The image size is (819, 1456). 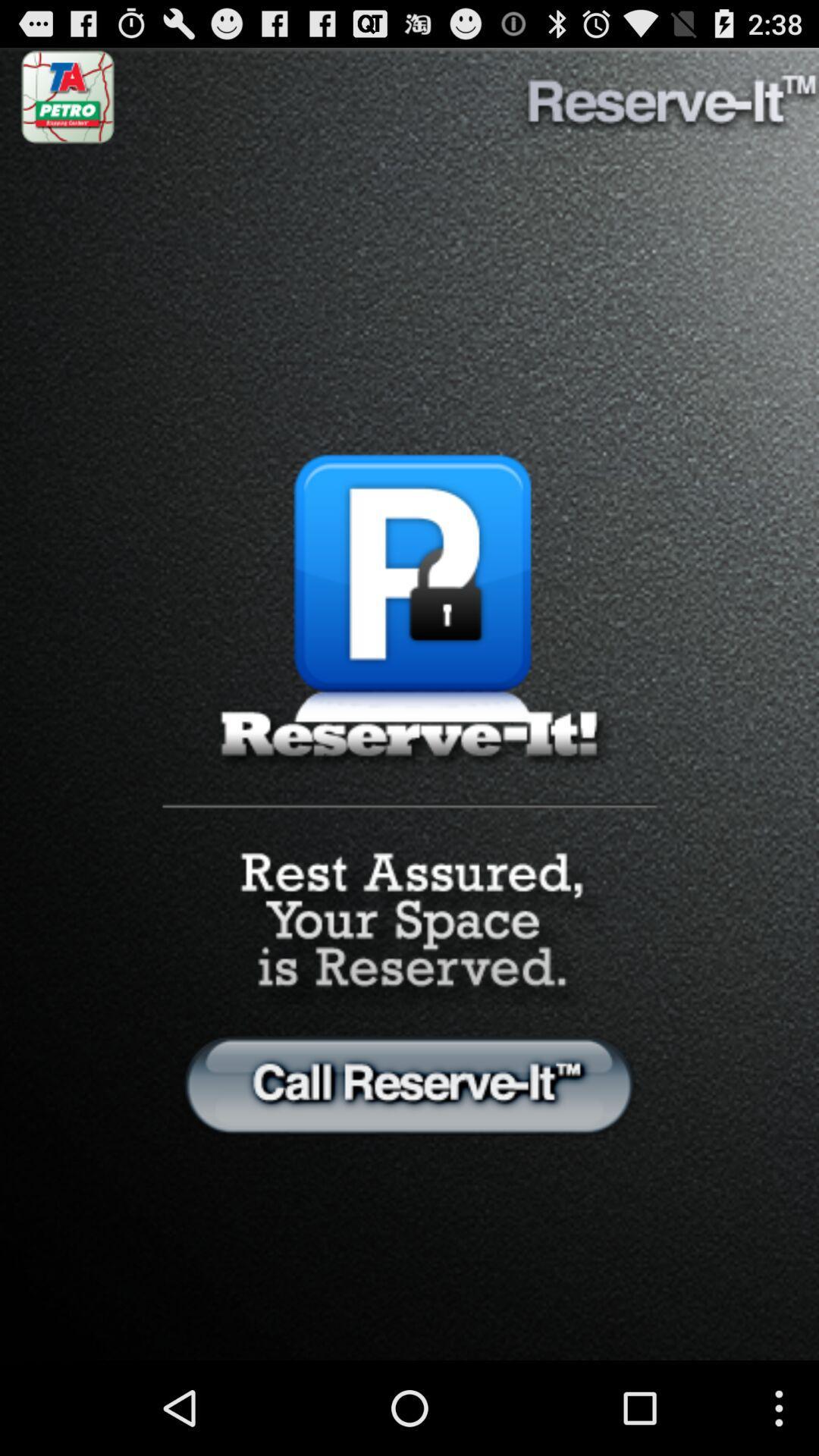 I want to click on make a call, so click(x=409, y=1084).